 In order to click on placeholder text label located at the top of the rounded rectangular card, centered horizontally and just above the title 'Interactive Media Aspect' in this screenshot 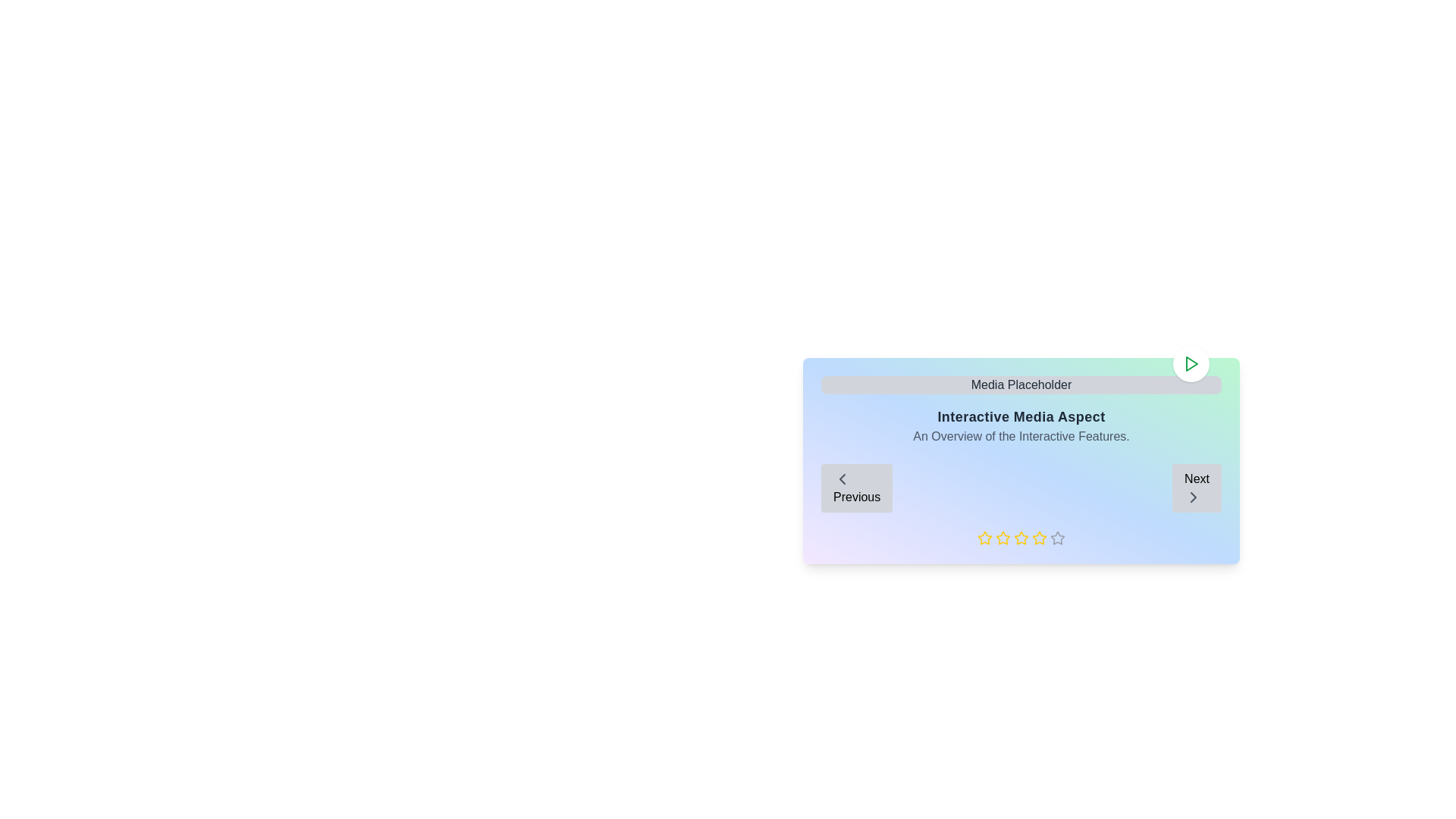, I will do `click(1021, 384)`.